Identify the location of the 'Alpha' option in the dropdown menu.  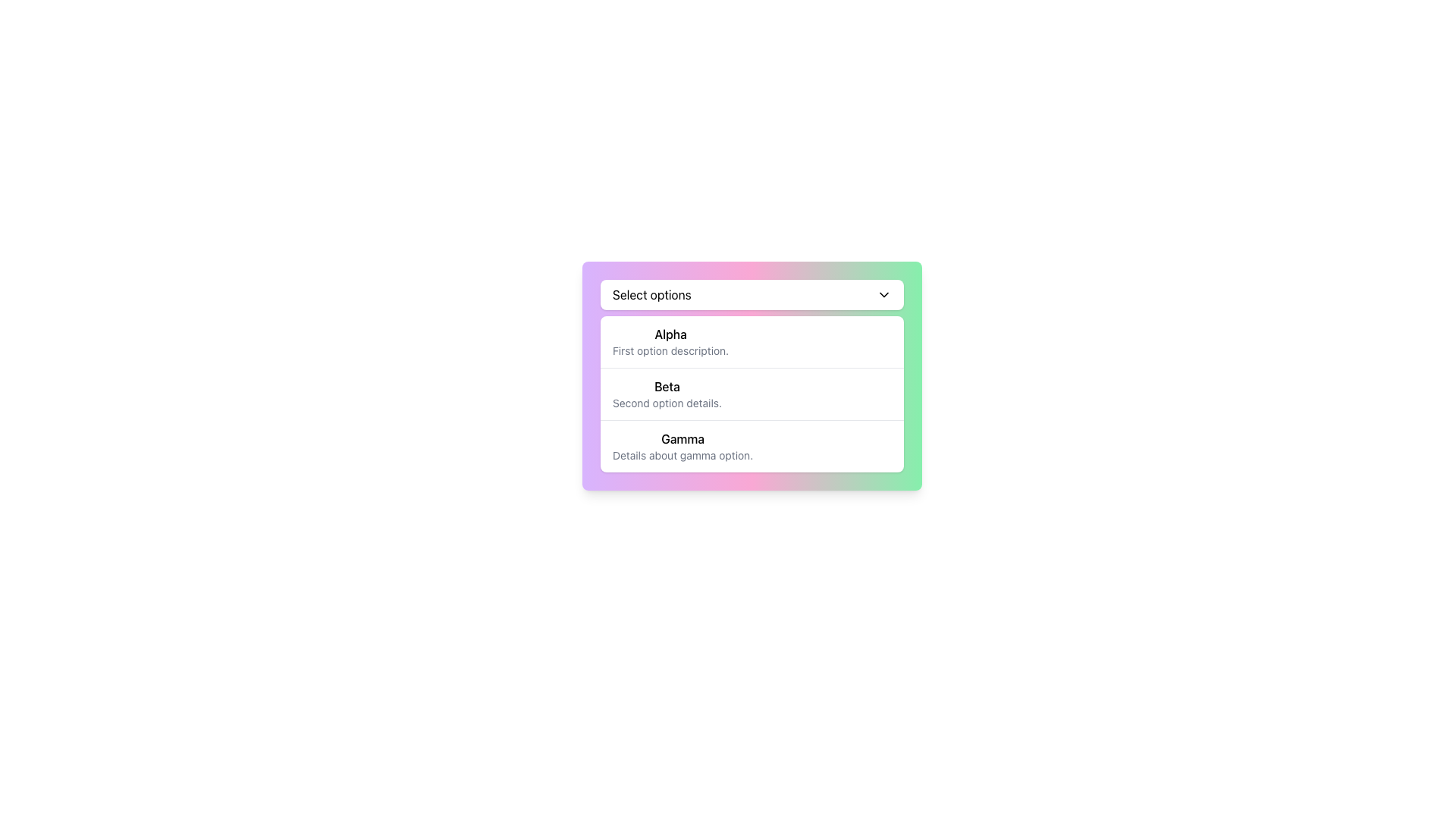
(752, 342).